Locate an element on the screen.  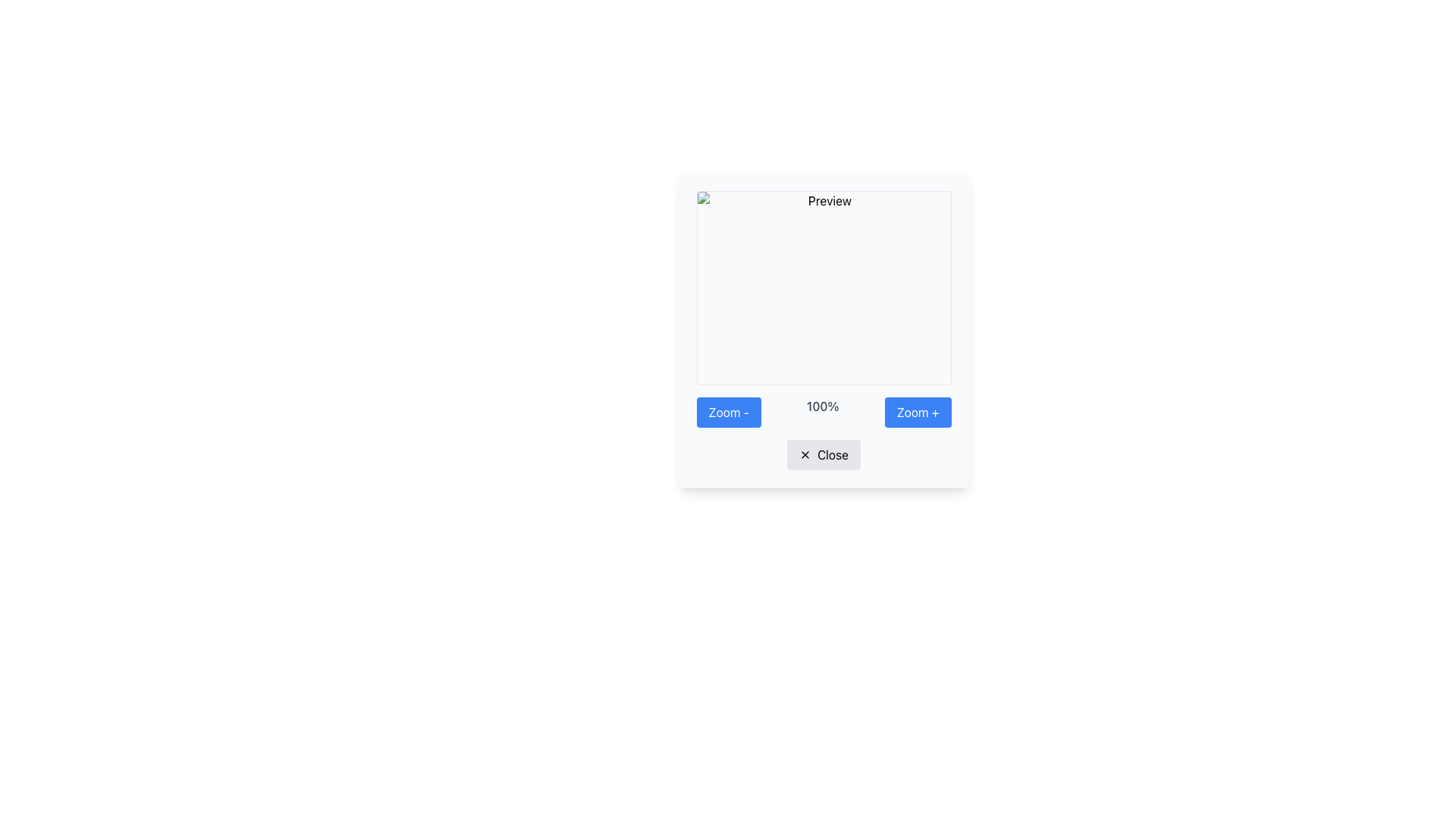
the Text label displaying '100%' in gray font, which is centrally located in the control bar flanked by 'Zoom -' and 'Zoom +' buttons is located at coordinates (822, 412).